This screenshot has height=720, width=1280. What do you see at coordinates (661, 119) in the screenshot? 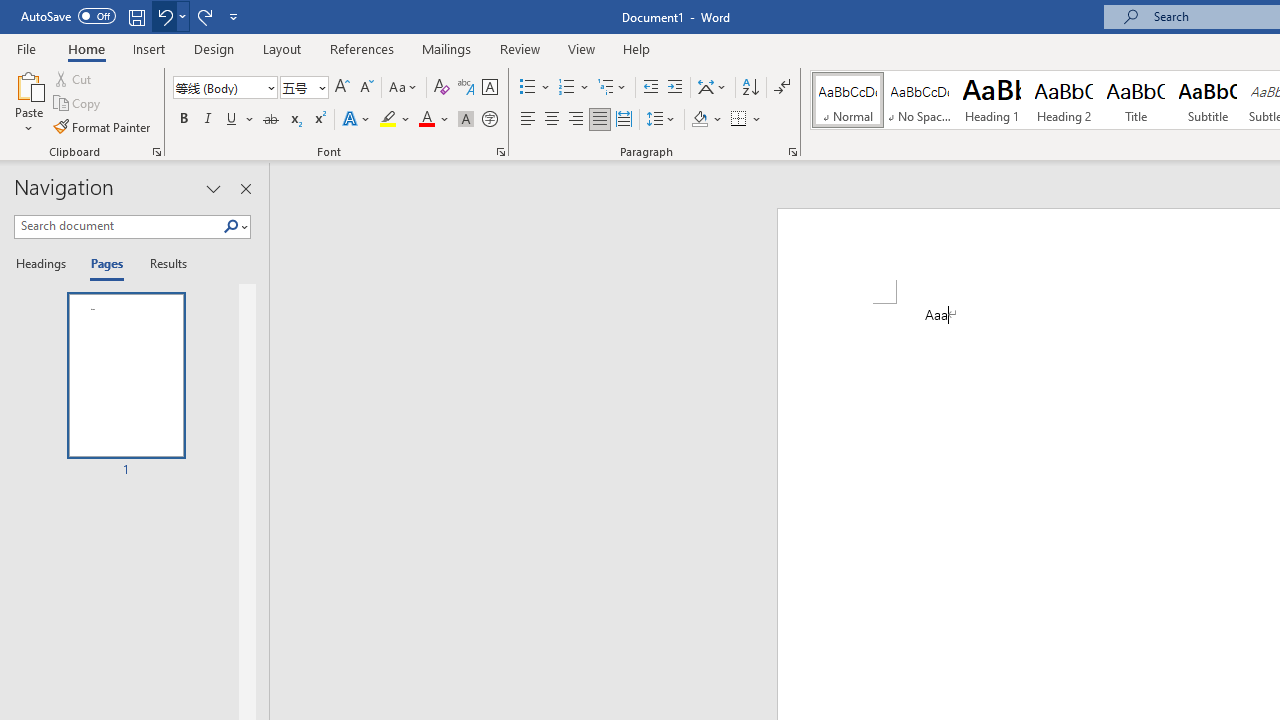
I see `'Line and Paragraph Spacing'` at bounding box center [661, 119].